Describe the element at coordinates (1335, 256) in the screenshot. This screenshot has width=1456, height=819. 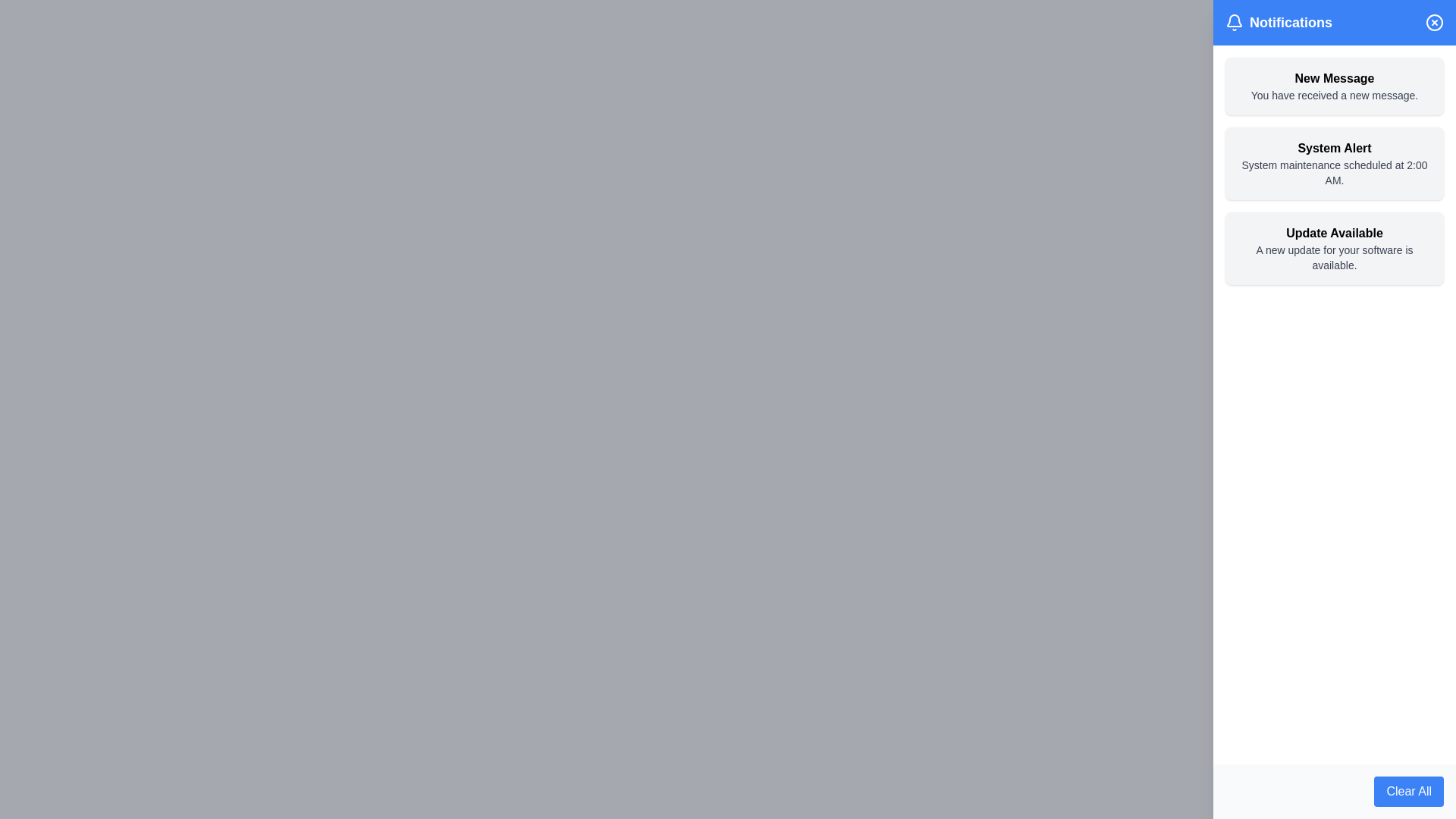
I see `the text element that reads 'A new update for your software is available.' positioned within the notification card labeled 'Update Available.'` at that location.